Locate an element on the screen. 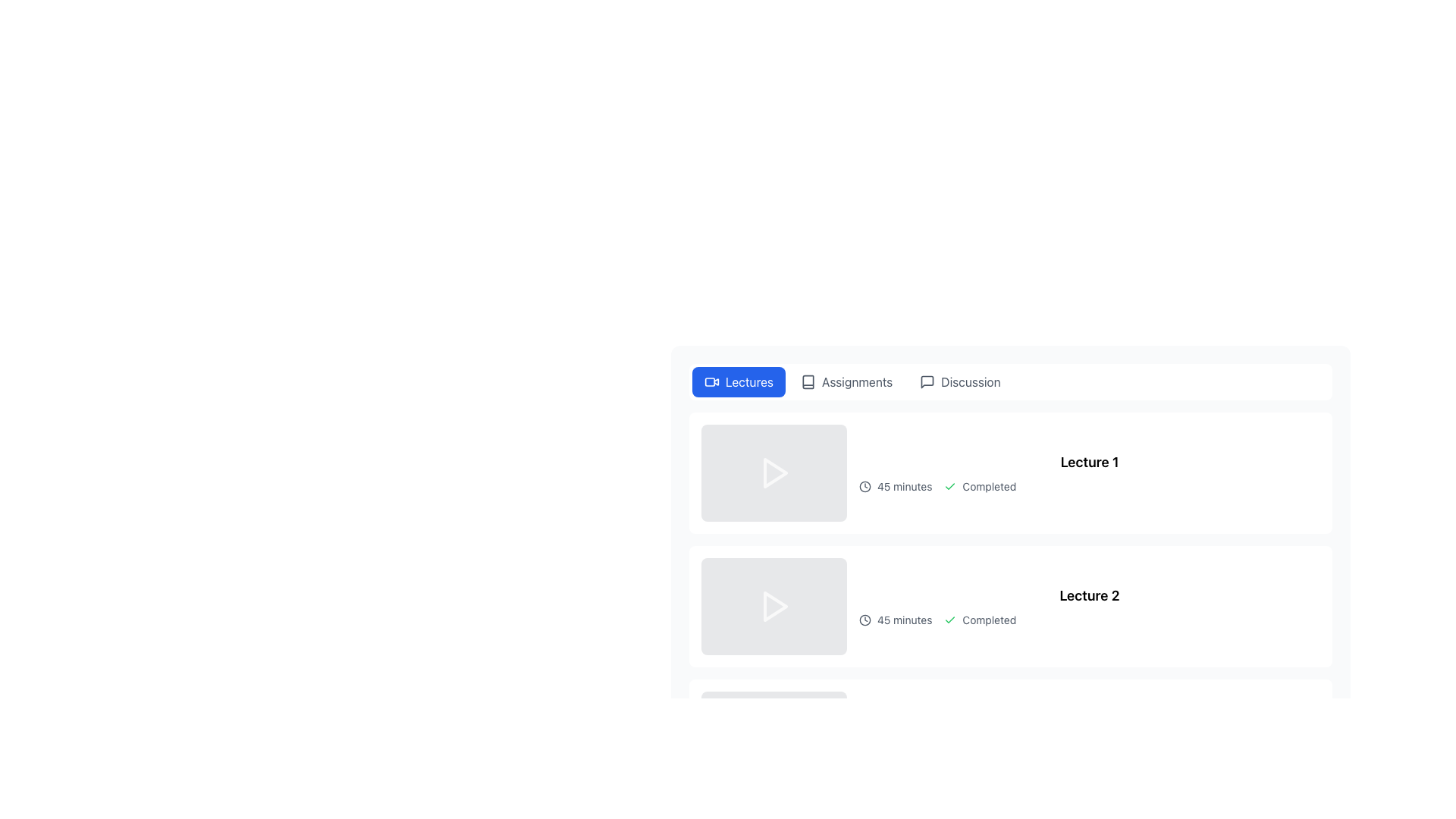 This screenshot has height=819, width=1456. text displayed in the Text label that shows the duration of the lecture or task, positioned near the top-left of the first lecture entry, between a clock symbol and the word 'Completed' is located at coordinates (905, 486).